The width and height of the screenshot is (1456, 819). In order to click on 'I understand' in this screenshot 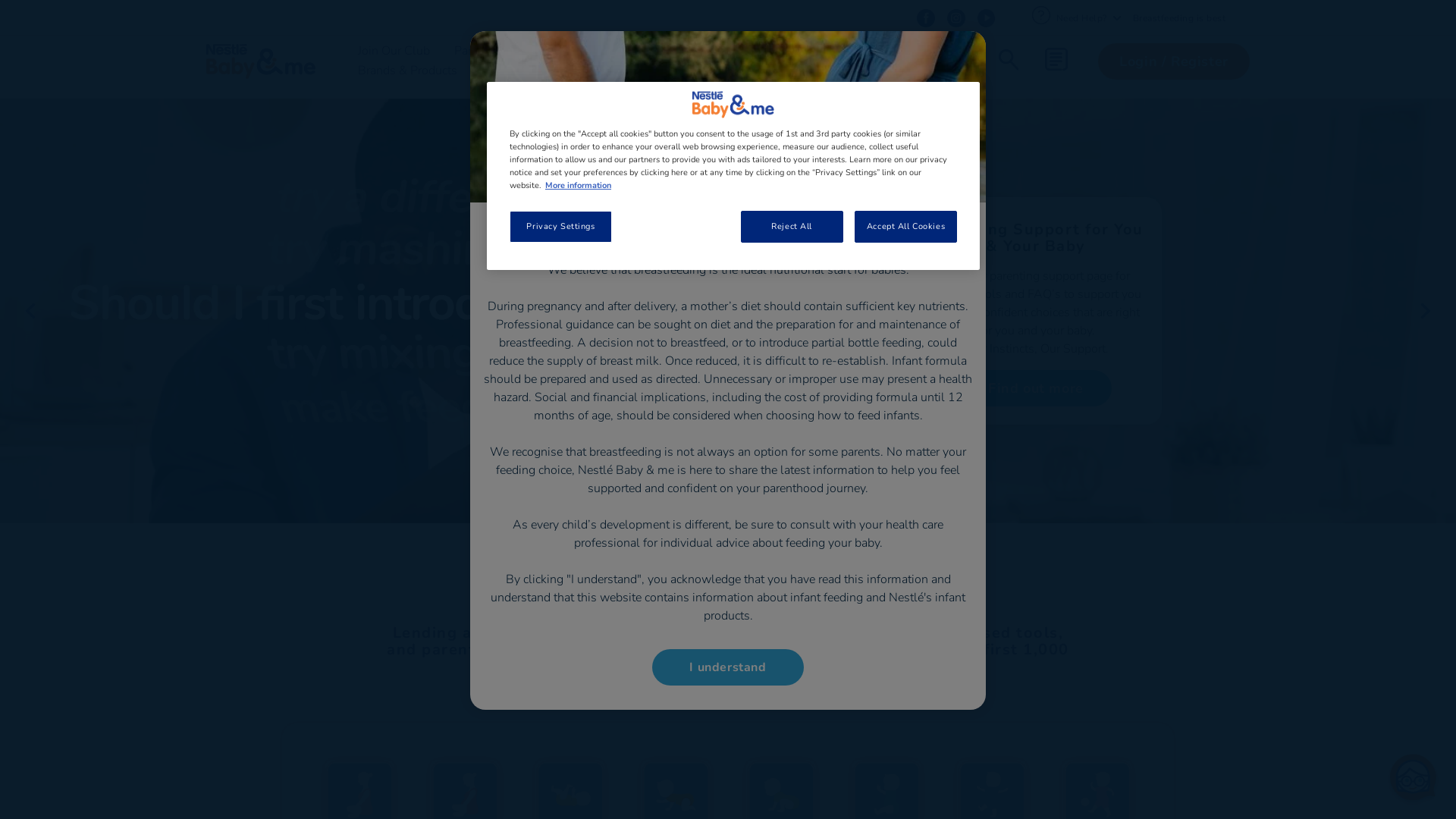, I will do `click(728, 666)`.